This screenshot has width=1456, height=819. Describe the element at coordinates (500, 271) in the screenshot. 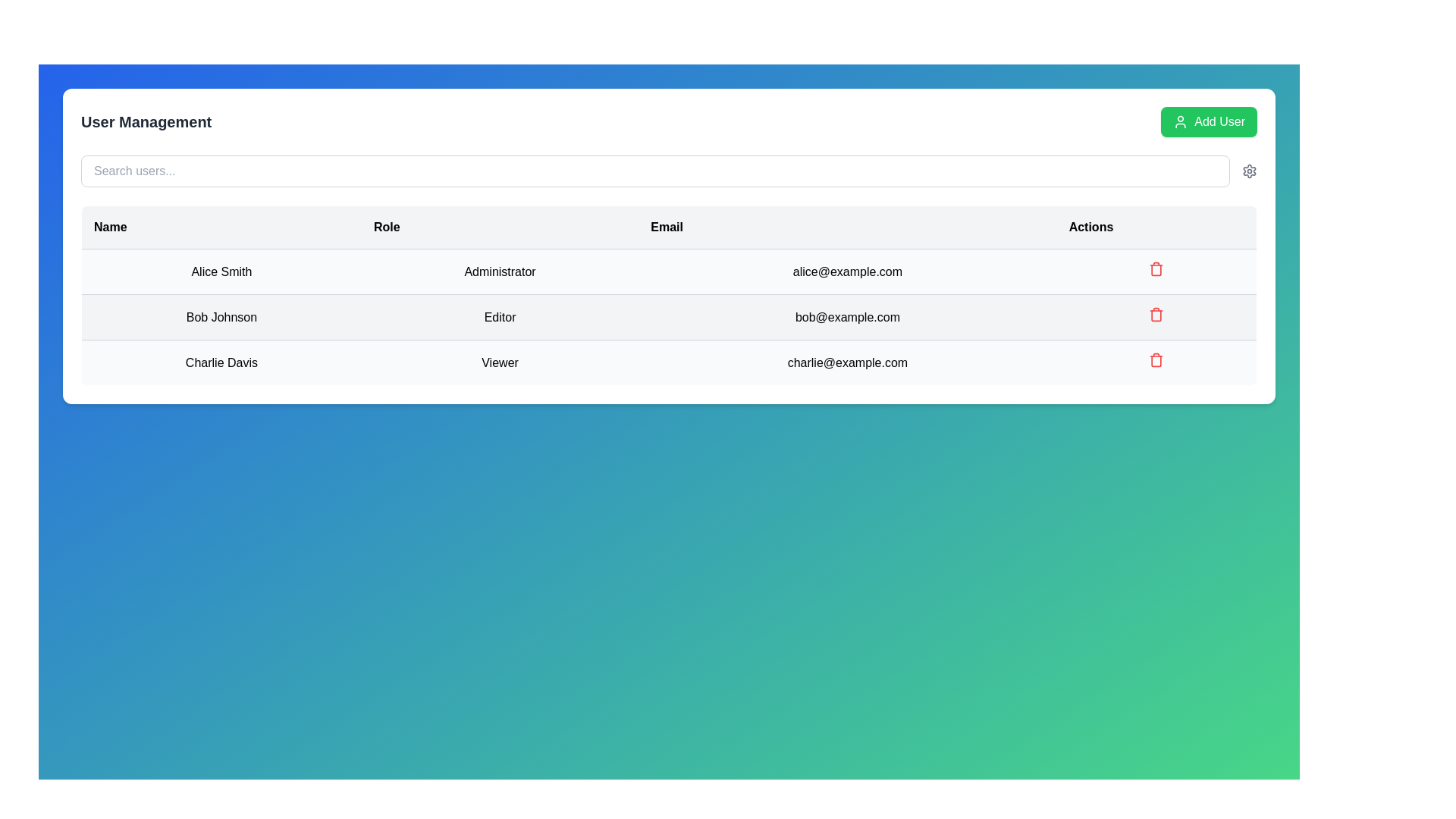

I see `the 'Administrator' text label in the user management table, which is located in the second column of the first row between 'Alice Smith' and 'alice@example.com'` at that location.